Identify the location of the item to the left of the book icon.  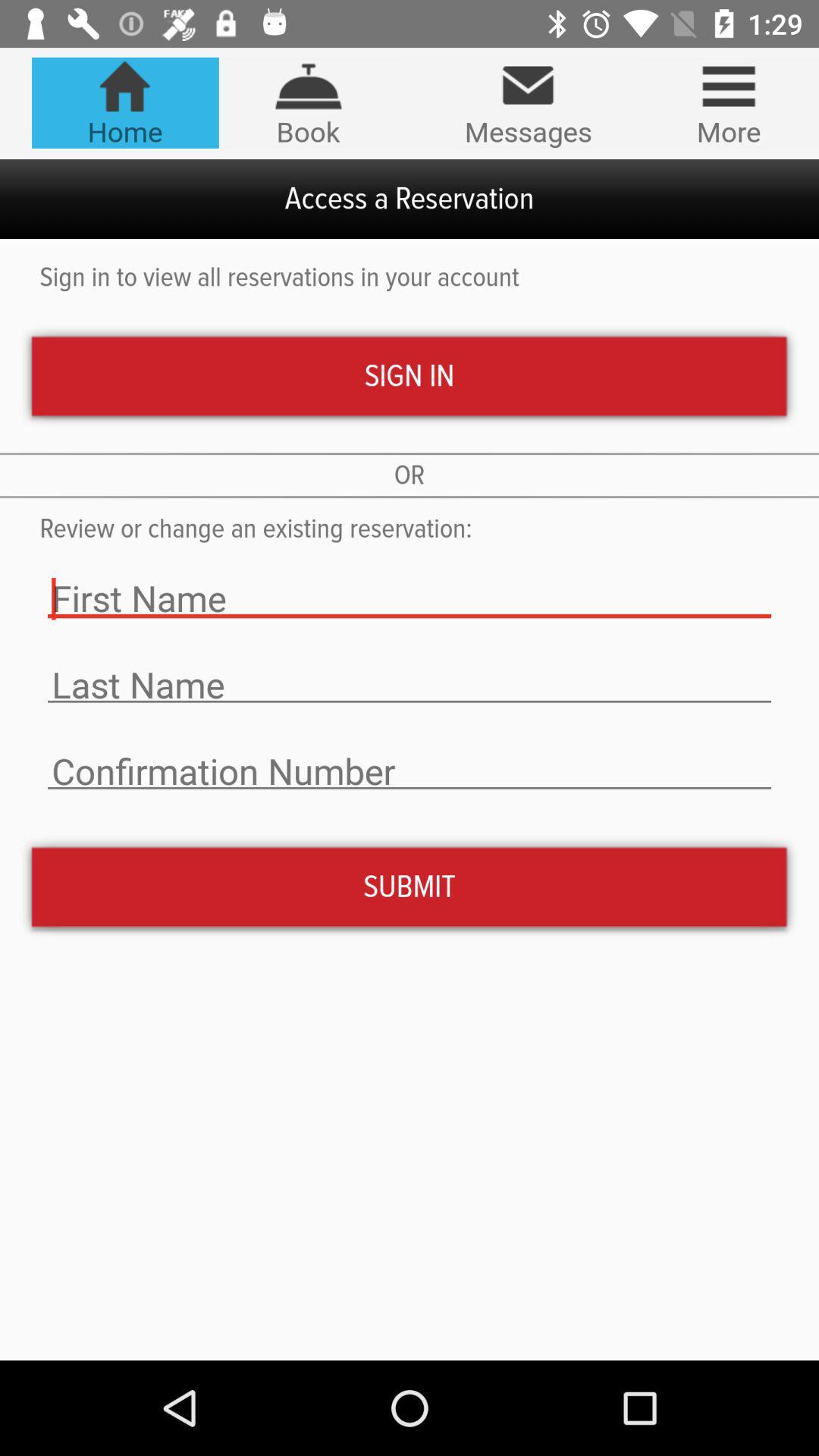
(124, 102).